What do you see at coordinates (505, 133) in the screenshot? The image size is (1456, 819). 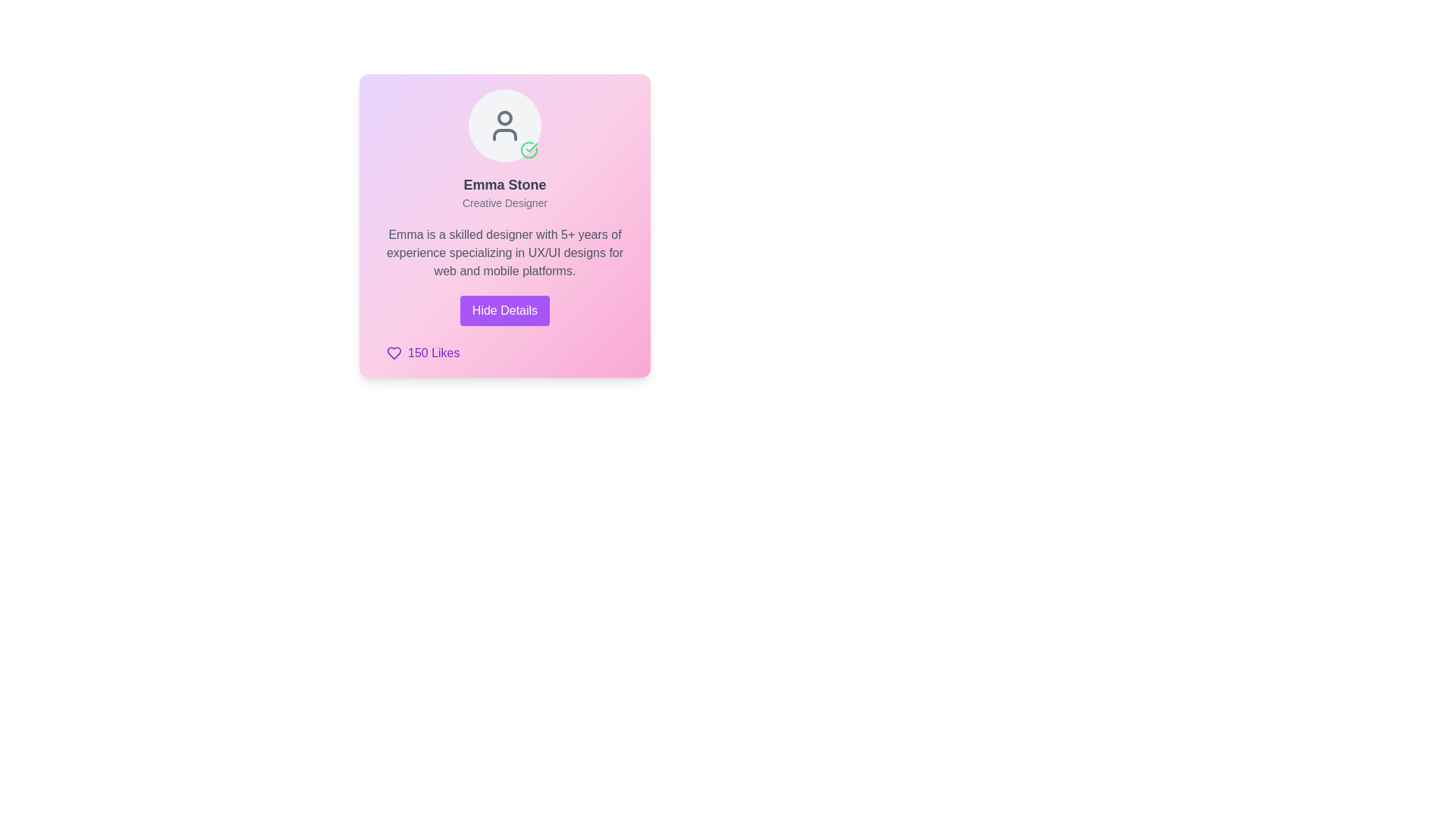 I see `the curved rectangular shape at the bottom of the user icon representing 'Emma Stone' within a card-like design` at bounding box center [505, 133].